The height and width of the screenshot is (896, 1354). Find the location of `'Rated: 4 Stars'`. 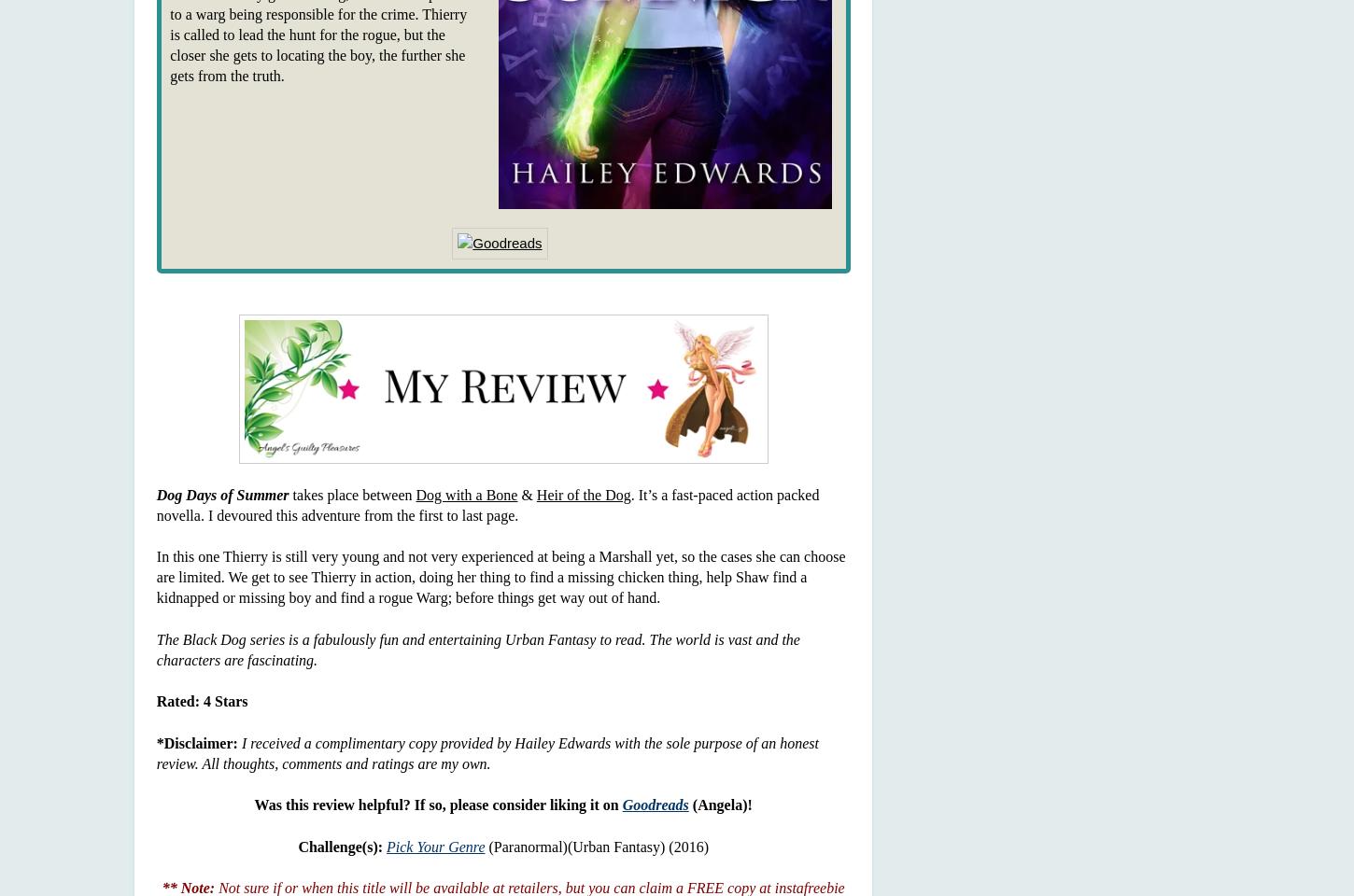

'Rated: 4 Stars' is located at coordinates (201, 700).